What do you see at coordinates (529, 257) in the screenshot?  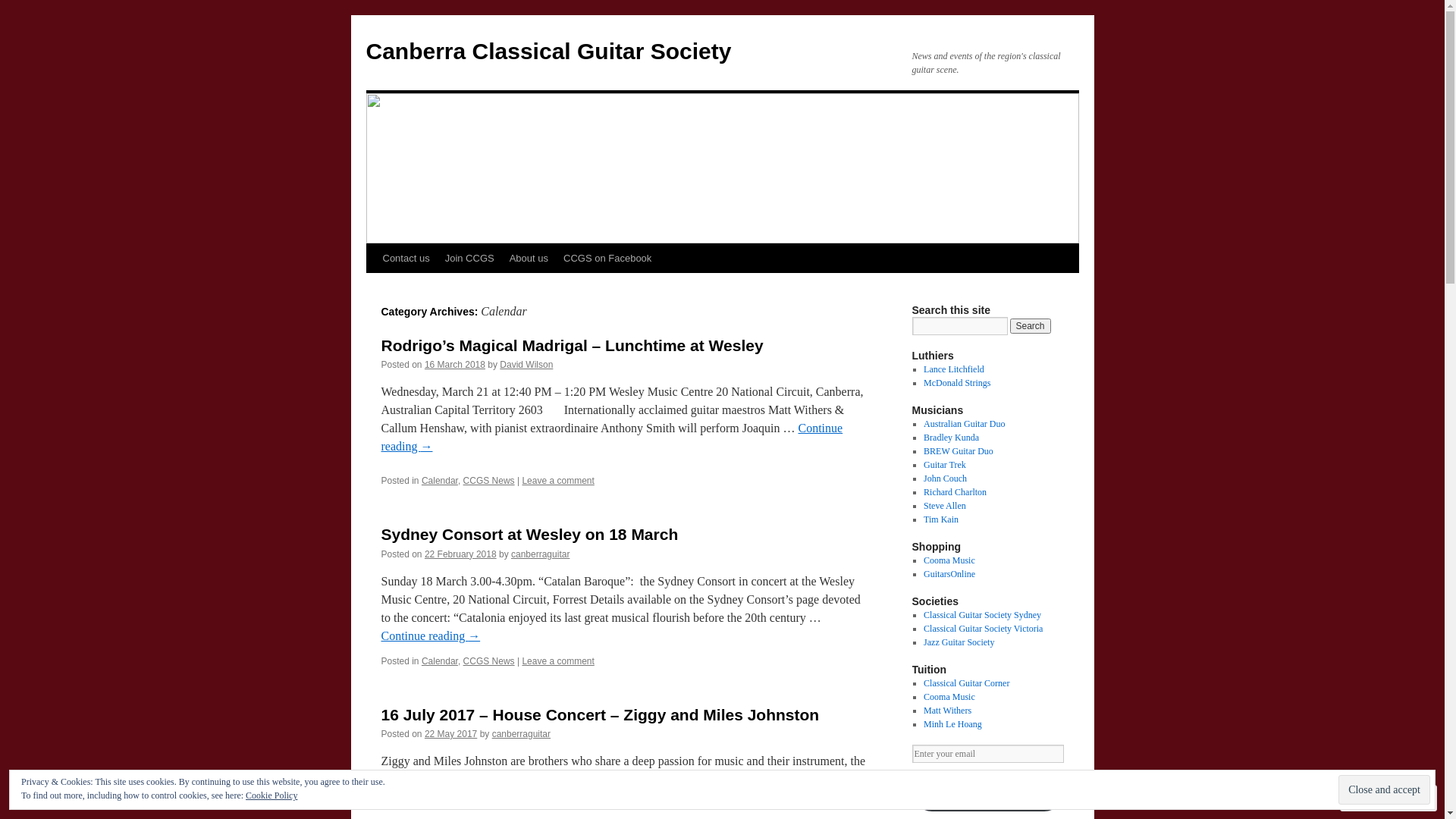 I see `'About us'` at bounding box center [529, 257].